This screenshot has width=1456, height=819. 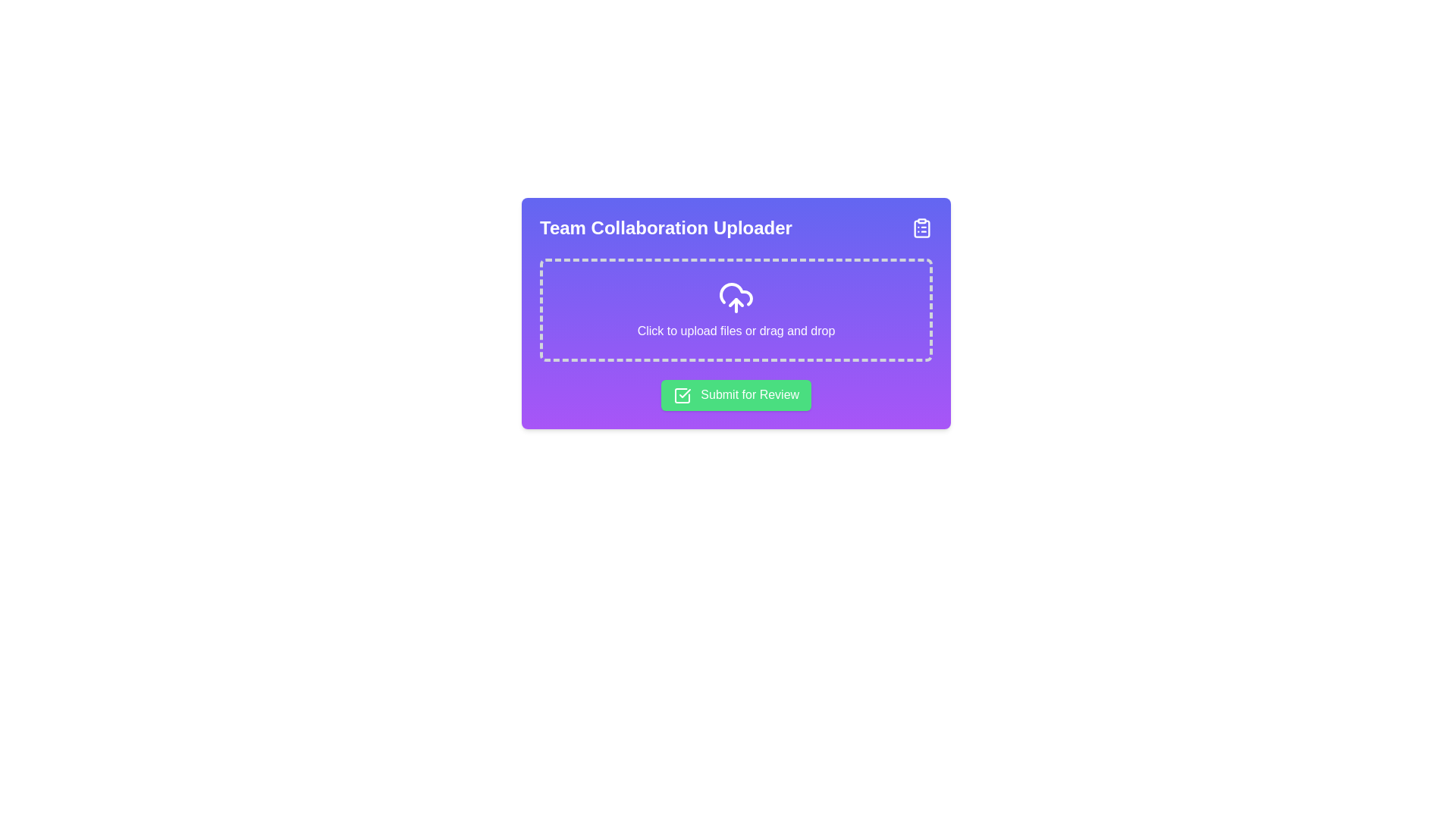 I want to click on the green 'Submit for Review' button with a checkmark icon to observe its hover effects, so click(x=736, y=394).